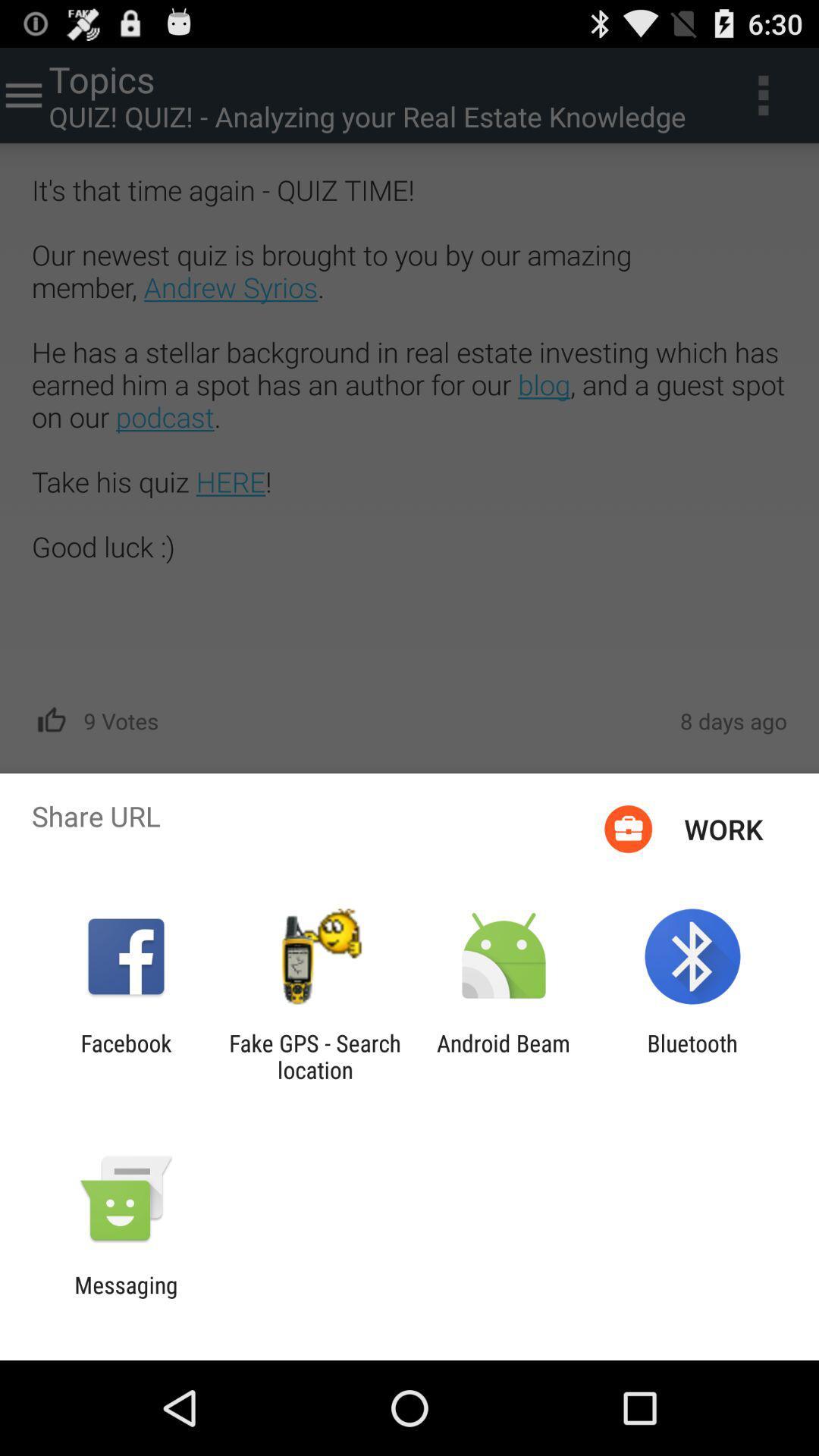  Describe the element at coordinates (692, 1056) in the screenshot. I see `the app next to the android beam app` at that location.